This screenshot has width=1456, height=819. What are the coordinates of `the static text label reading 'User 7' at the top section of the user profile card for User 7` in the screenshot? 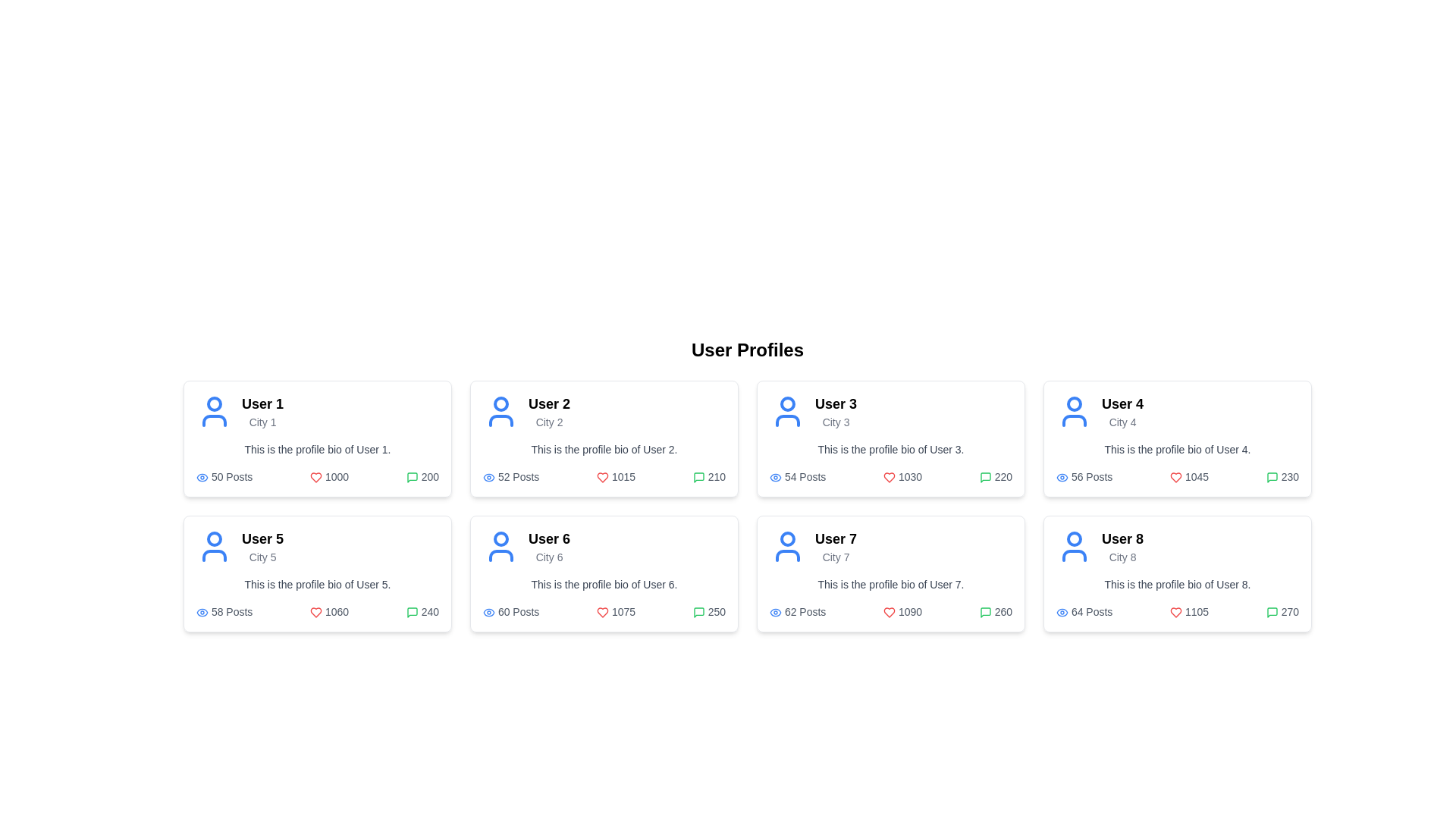 It's located at (835, 538).